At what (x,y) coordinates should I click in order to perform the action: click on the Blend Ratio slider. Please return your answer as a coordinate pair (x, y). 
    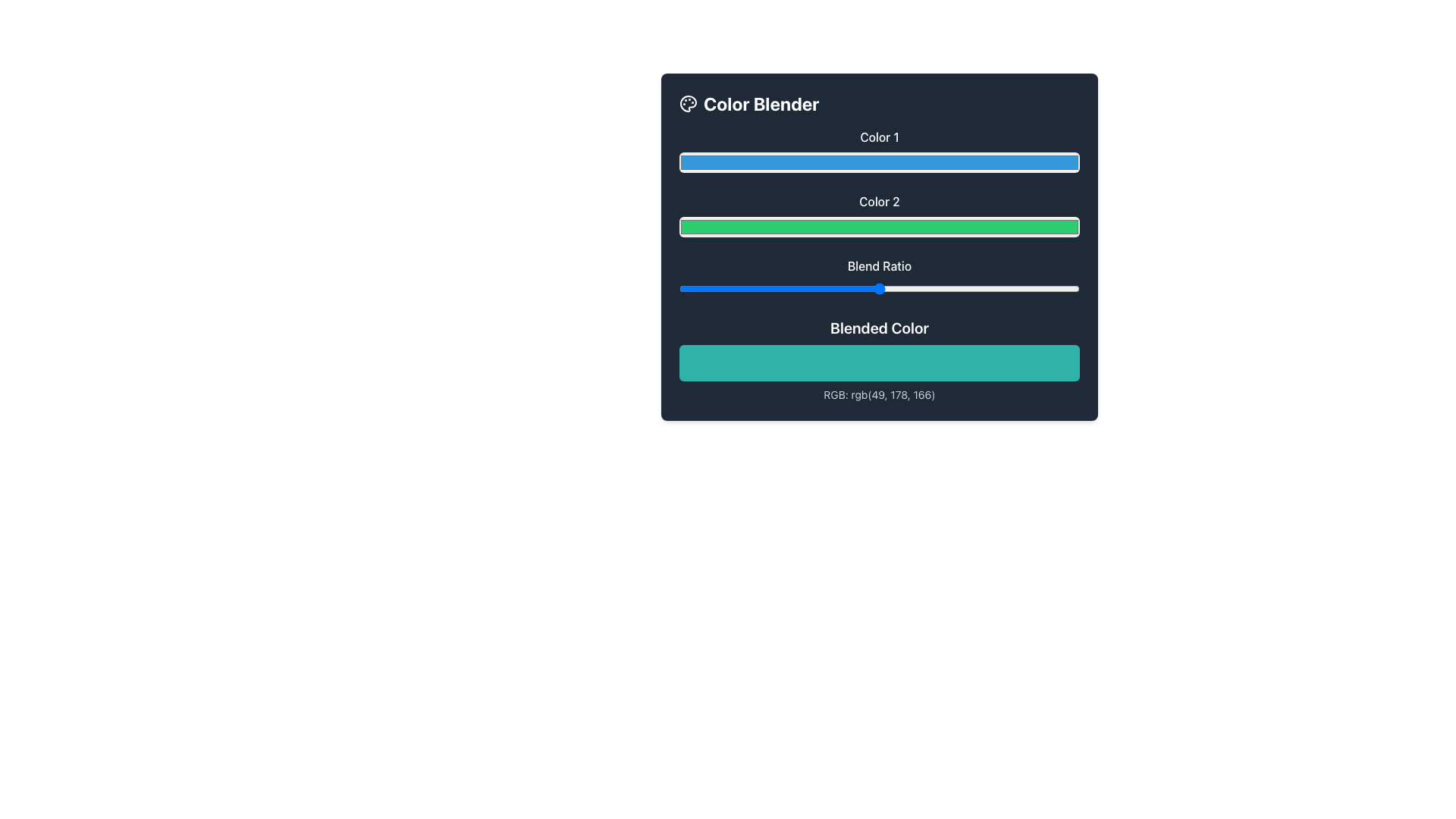
    Looking at the image, I should click on (999, 289).